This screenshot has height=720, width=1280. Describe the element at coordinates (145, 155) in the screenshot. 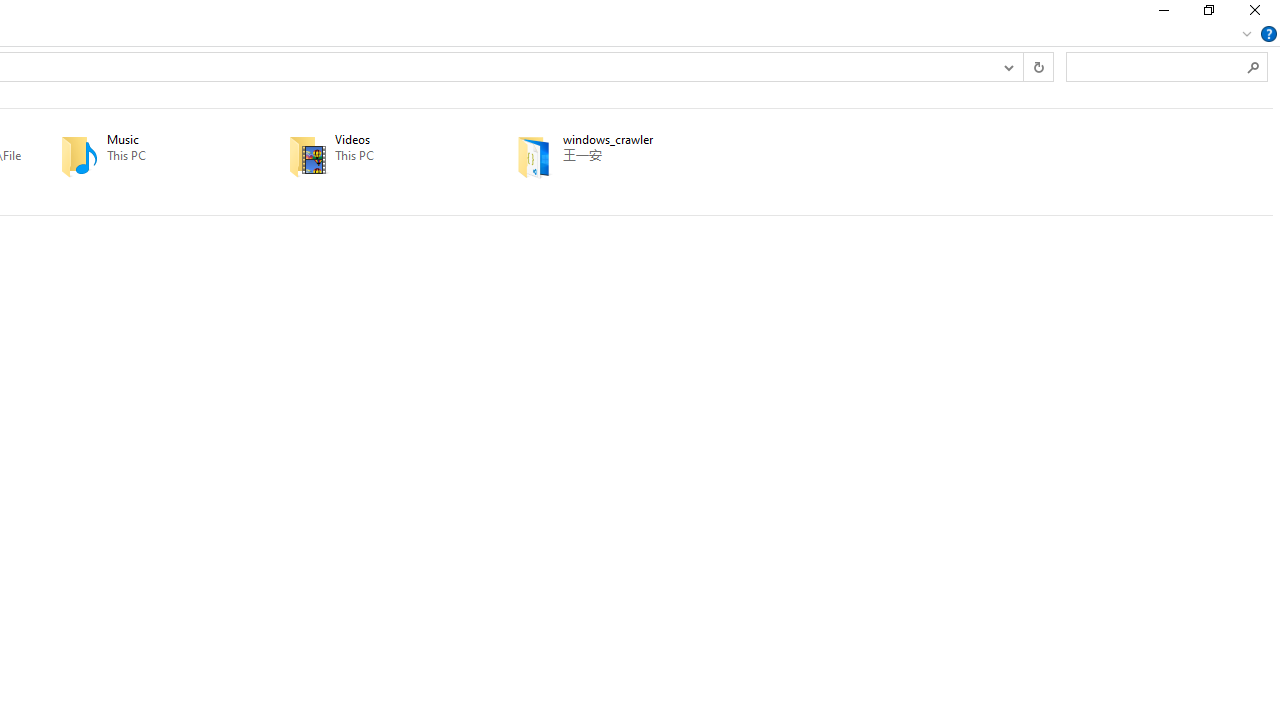

I see `'Music'` at that location.